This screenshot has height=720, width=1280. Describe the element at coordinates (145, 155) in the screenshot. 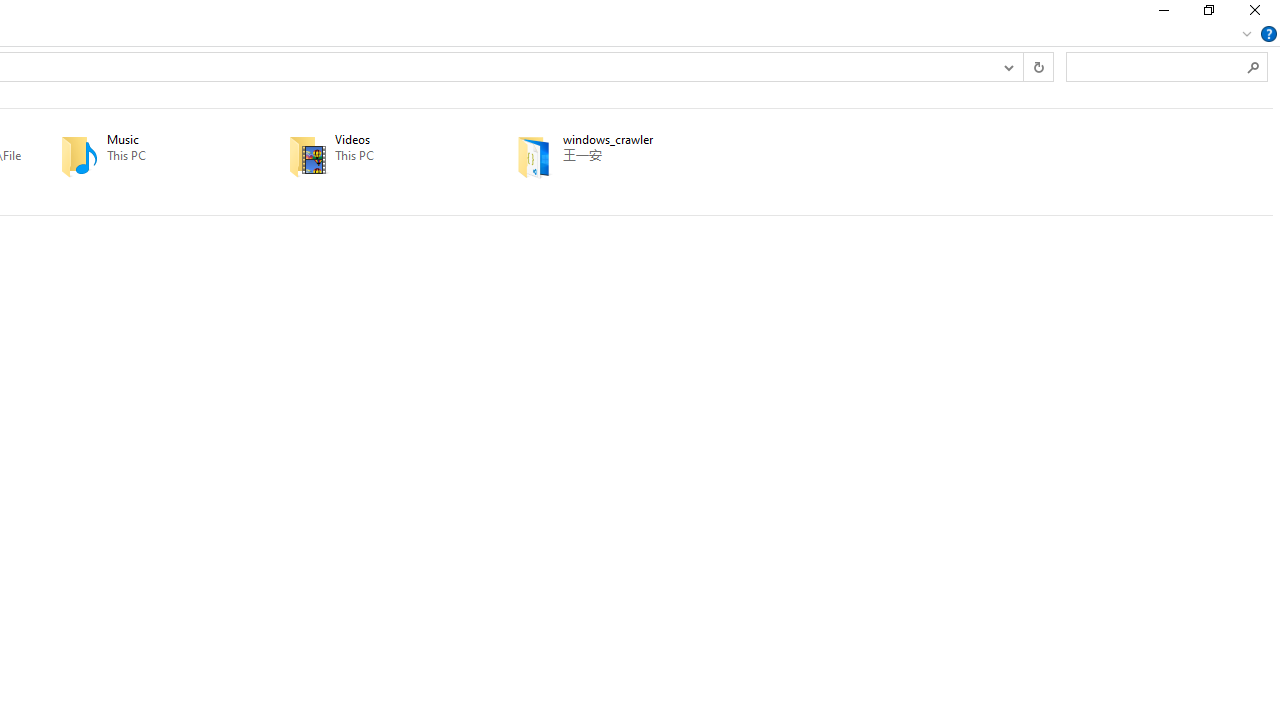

I see `'Music'` at that location.